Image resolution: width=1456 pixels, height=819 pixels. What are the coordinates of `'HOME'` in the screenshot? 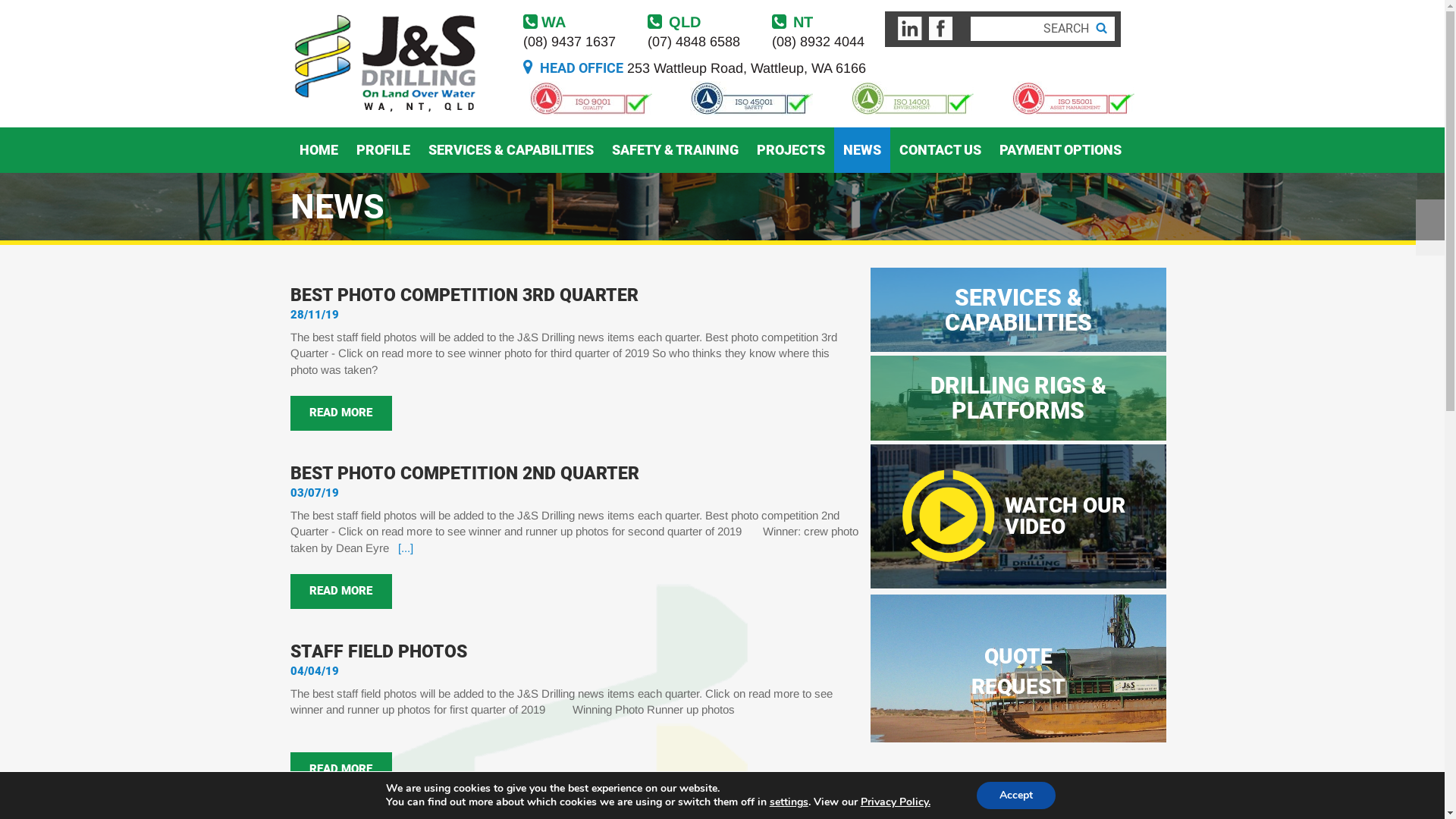 It's located at (317, 149).